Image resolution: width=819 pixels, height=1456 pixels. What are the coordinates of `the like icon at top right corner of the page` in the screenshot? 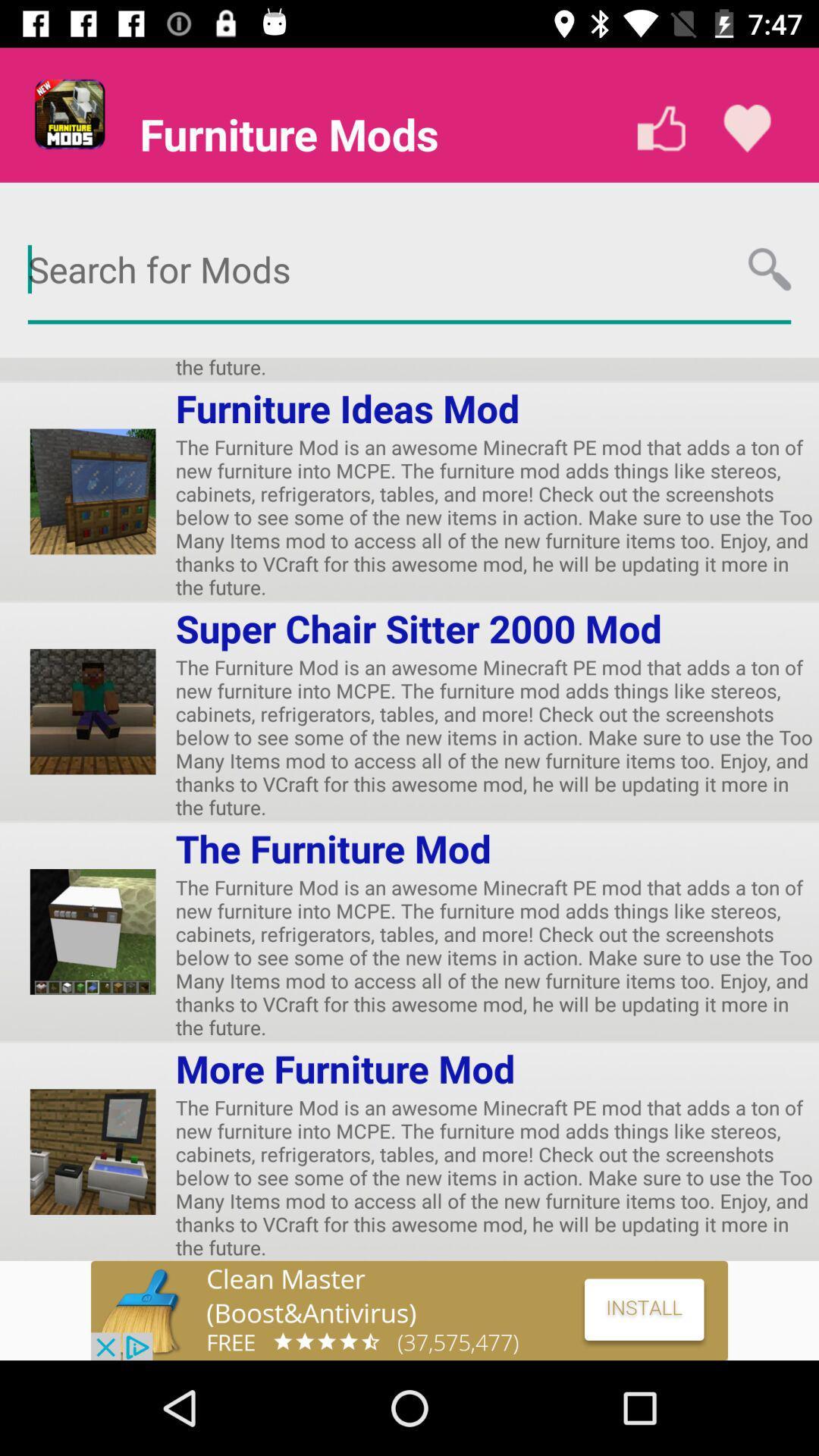 It's located at (746, 128).